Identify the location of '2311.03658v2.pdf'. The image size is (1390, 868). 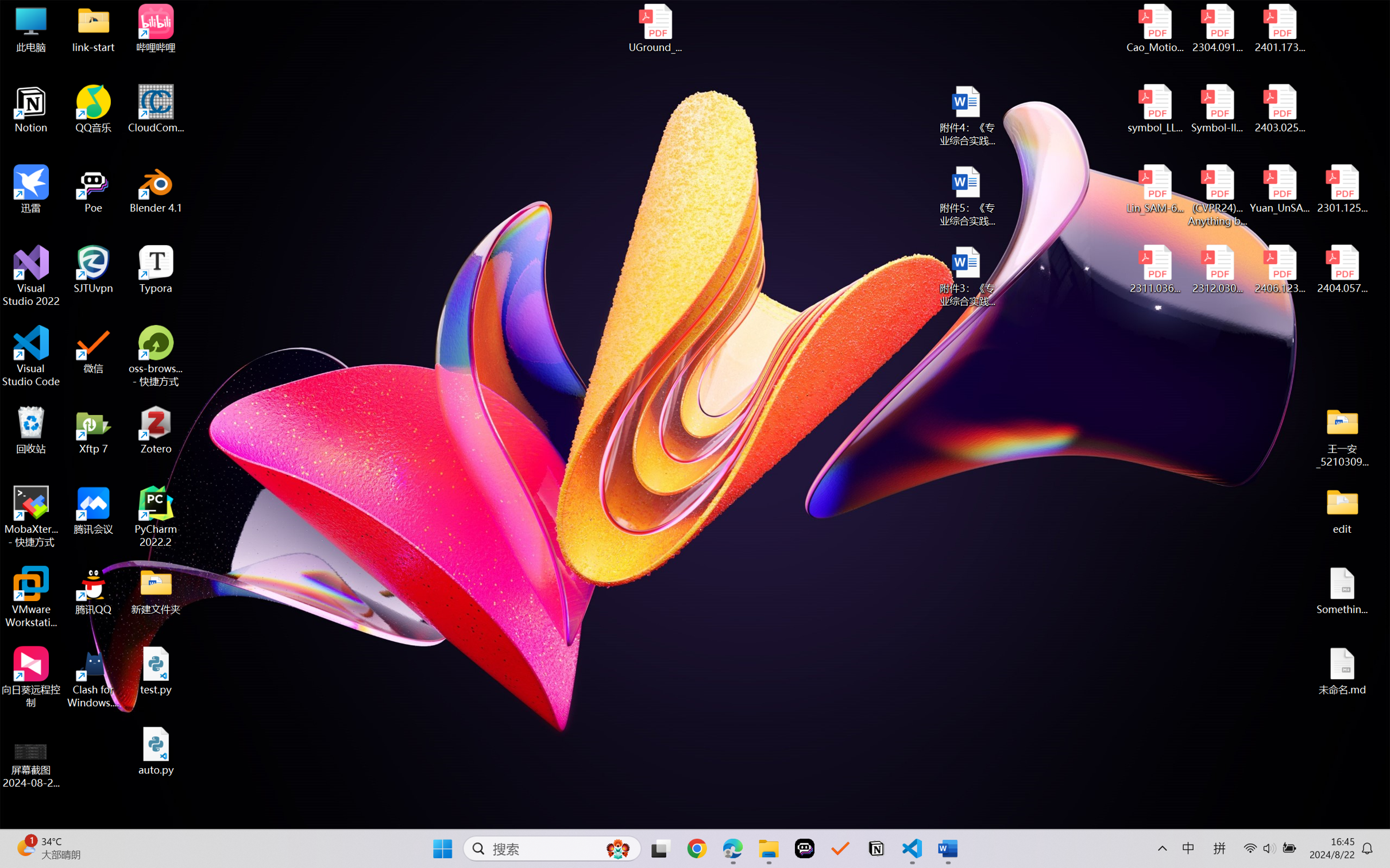
(1155, 269).